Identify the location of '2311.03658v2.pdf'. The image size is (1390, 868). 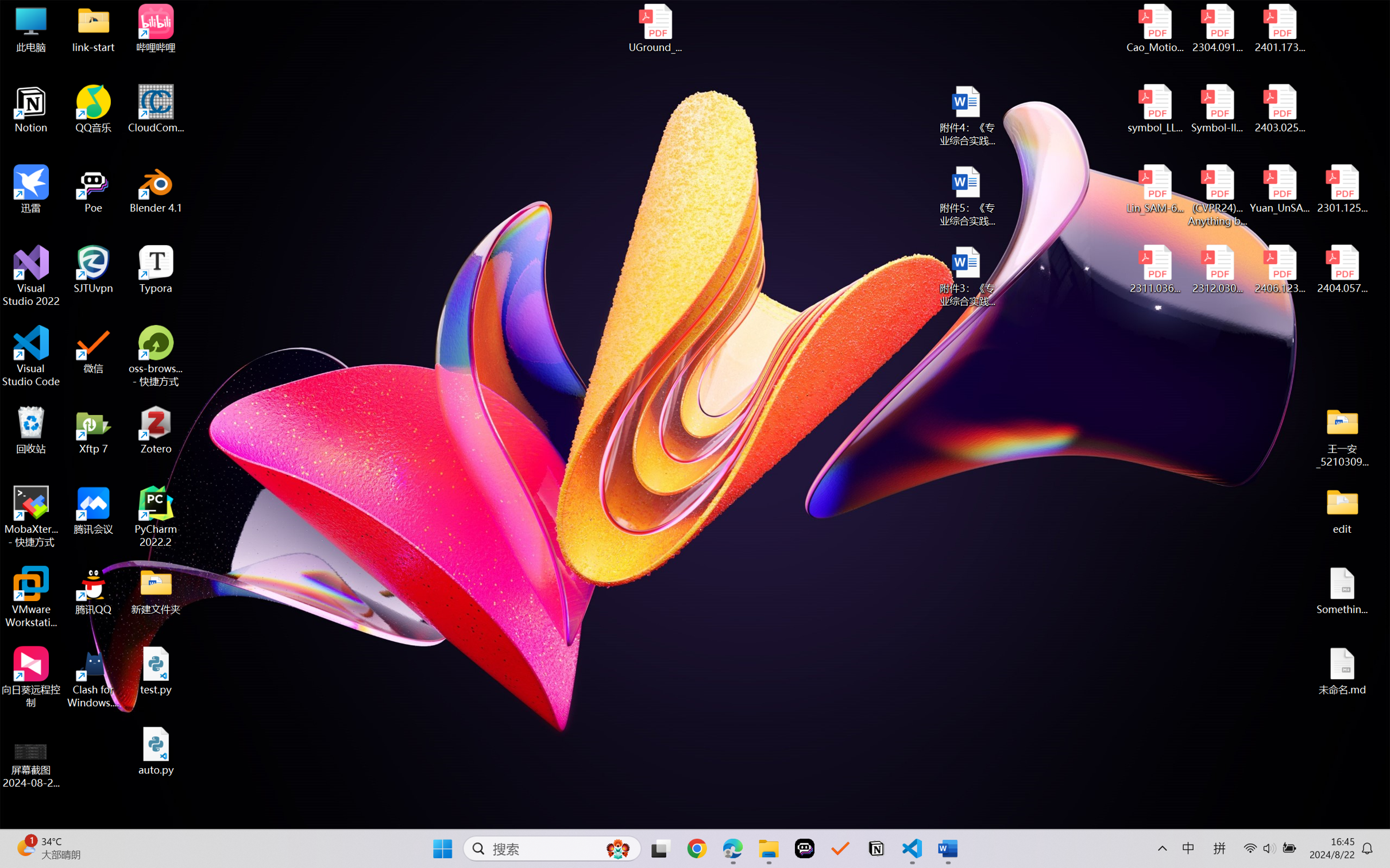
(1155, 269).